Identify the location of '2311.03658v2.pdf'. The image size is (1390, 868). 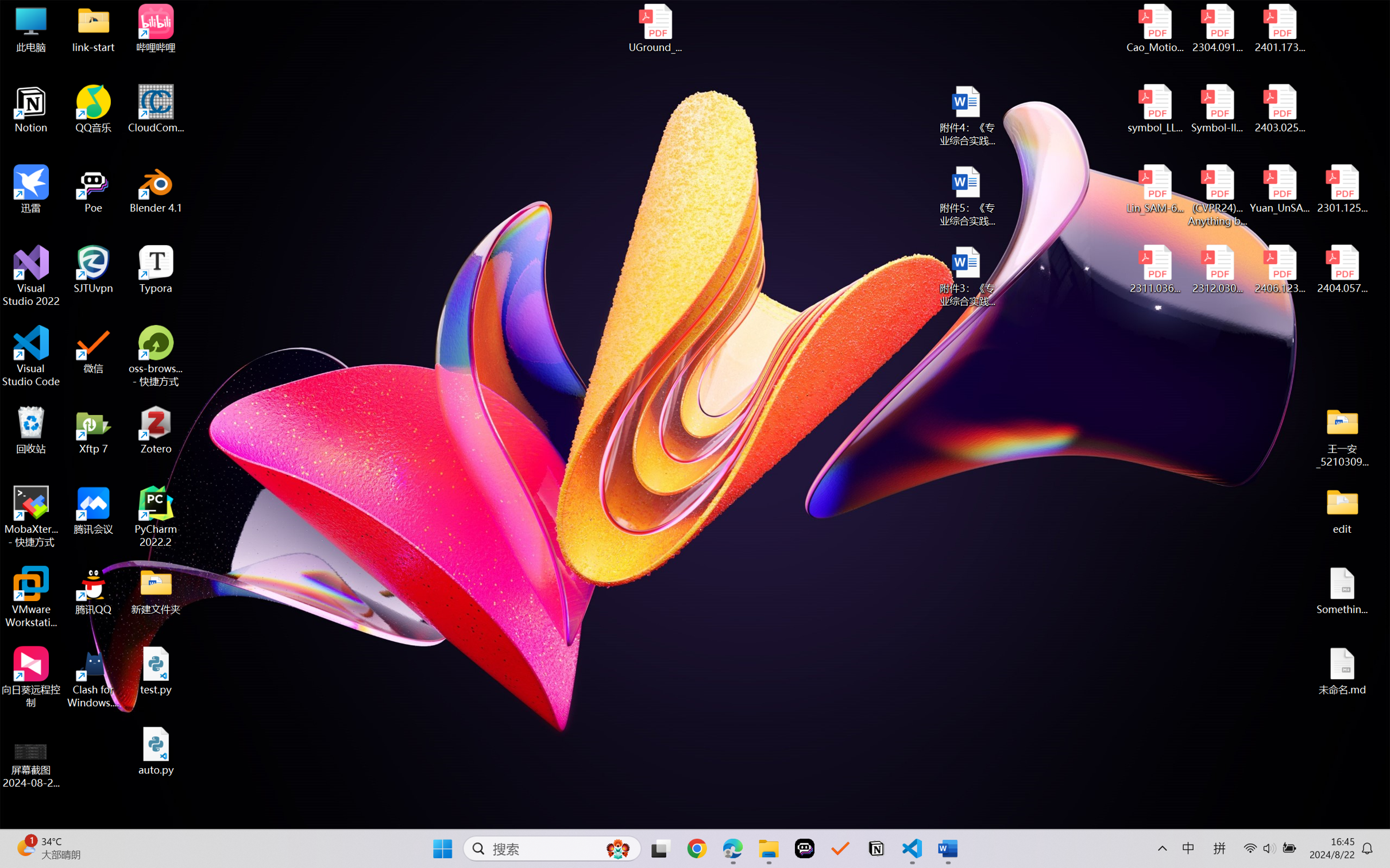
(1155, 269).